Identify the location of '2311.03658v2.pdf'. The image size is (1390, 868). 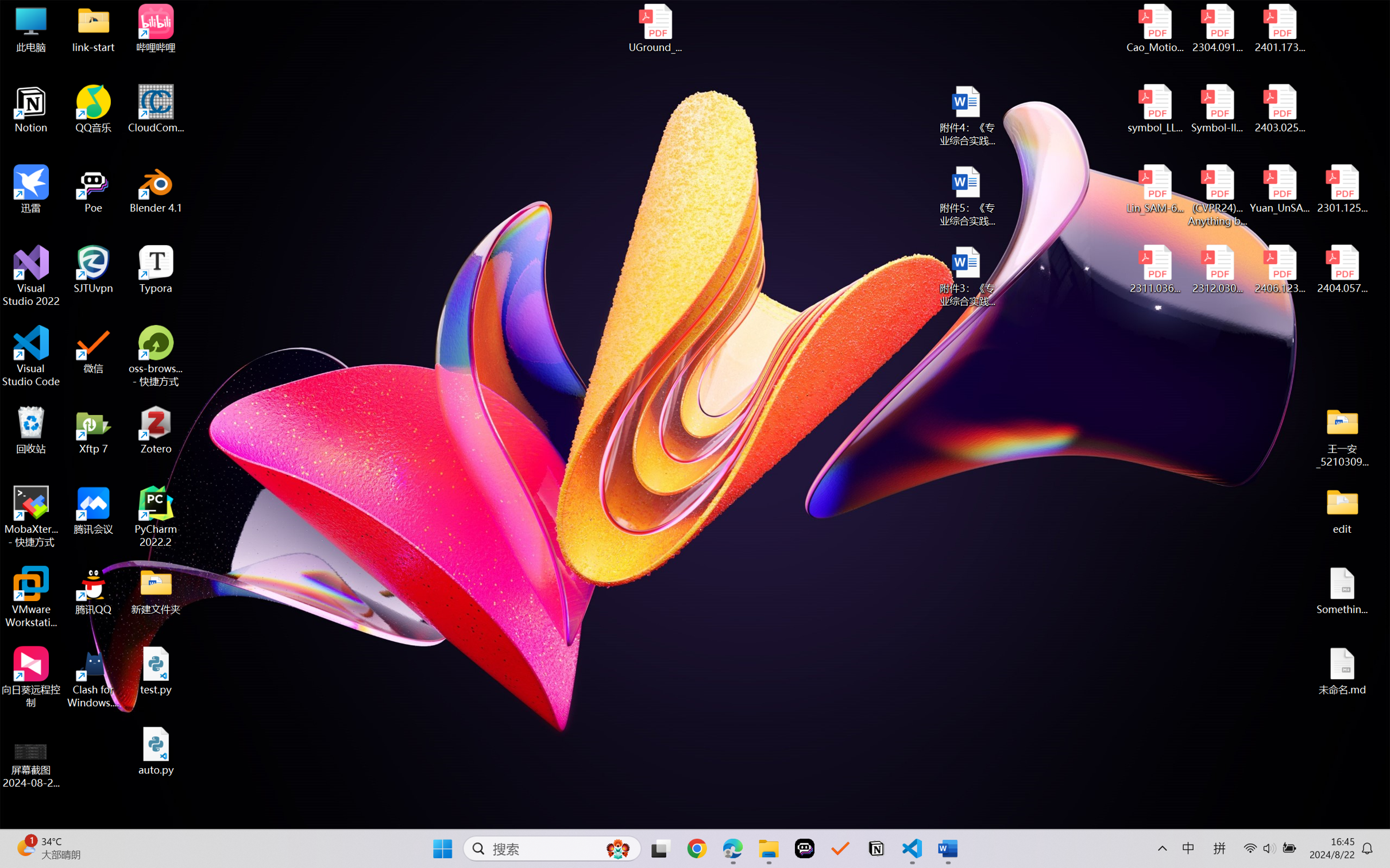
(1155, 269).